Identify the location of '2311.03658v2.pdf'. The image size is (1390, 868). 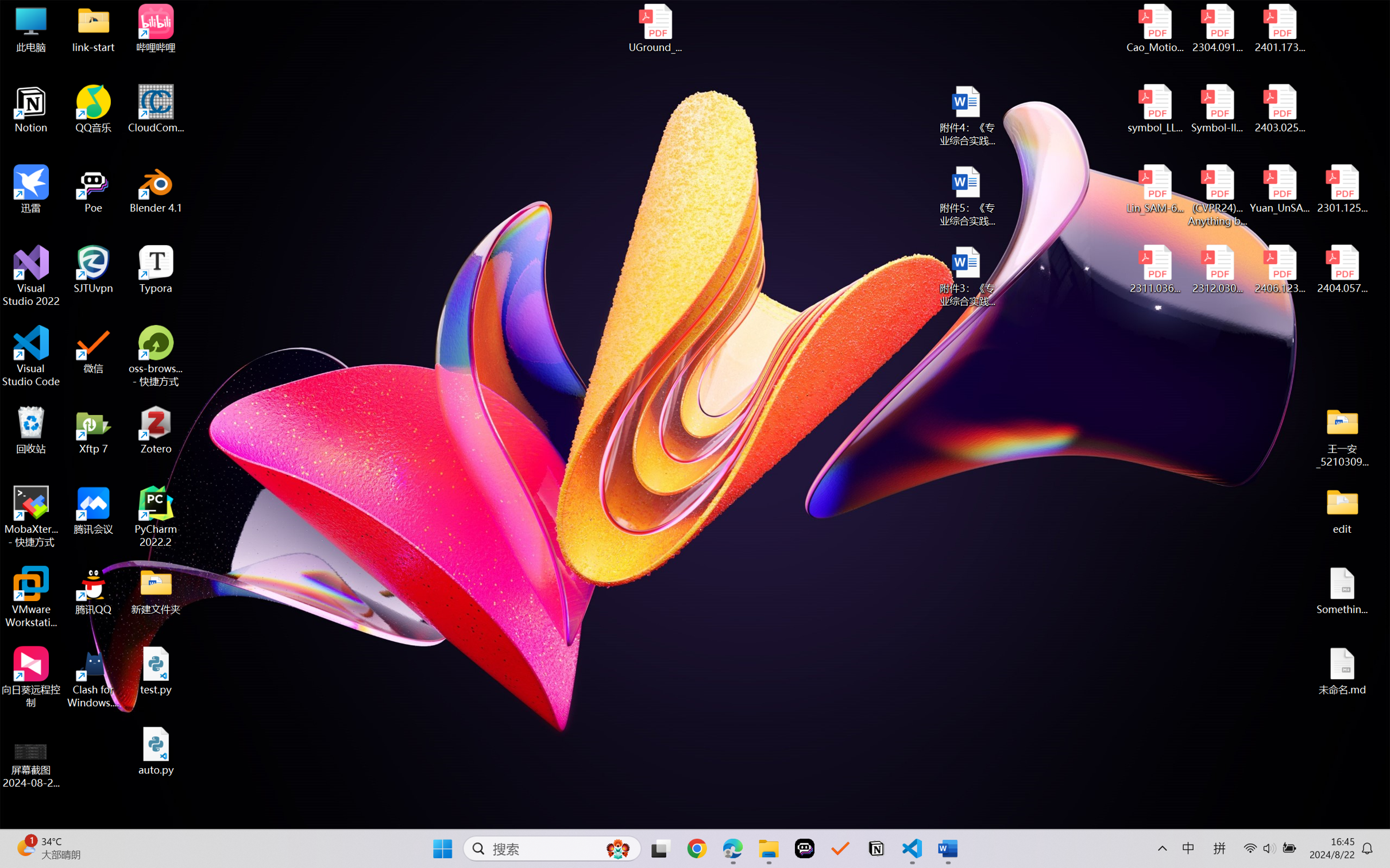
(1155, 269).